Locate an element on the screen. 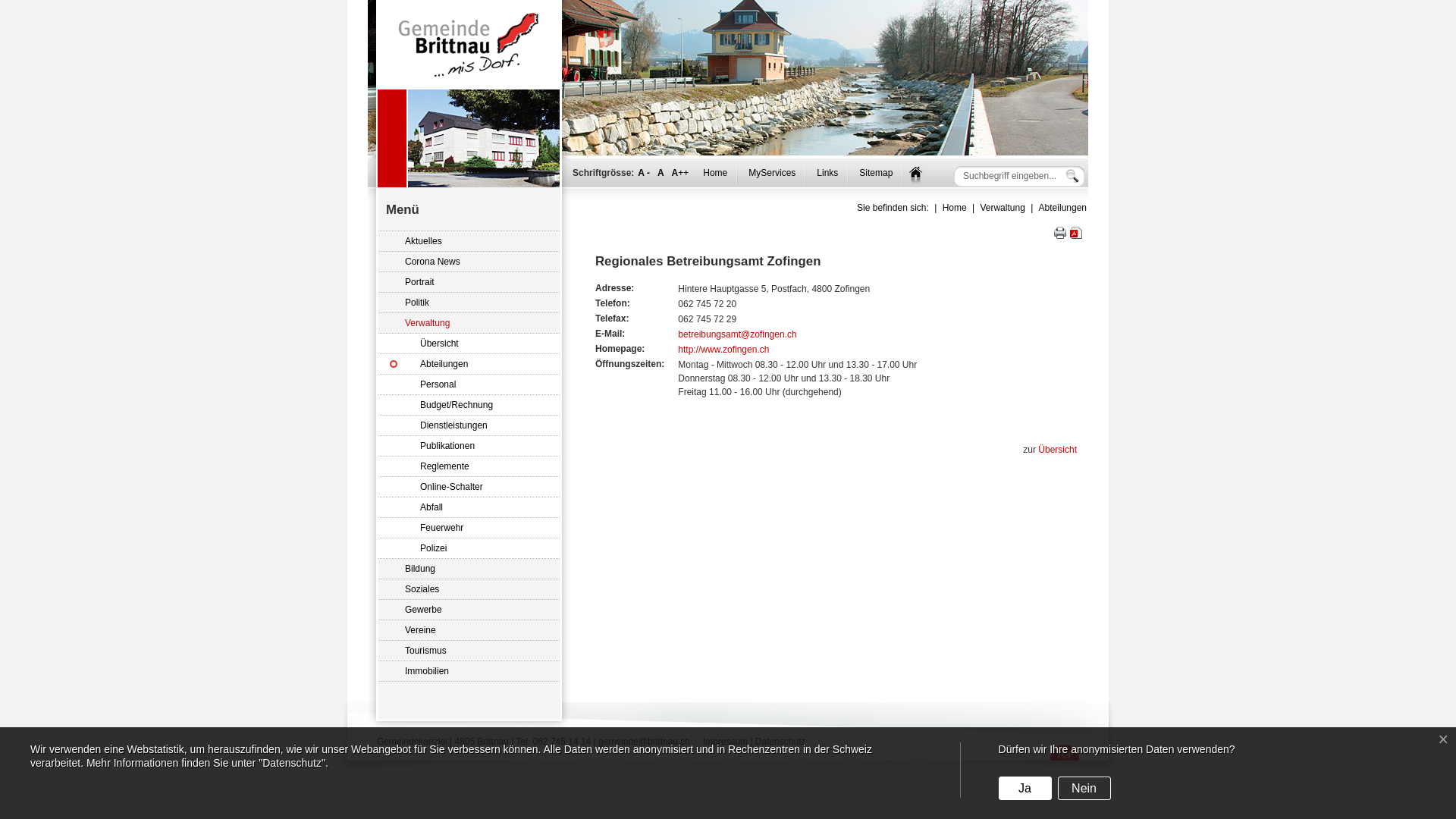 The height and width of the screenshot is (819, 1456). 'Aktuelles' is located at coordinates (468, 240).